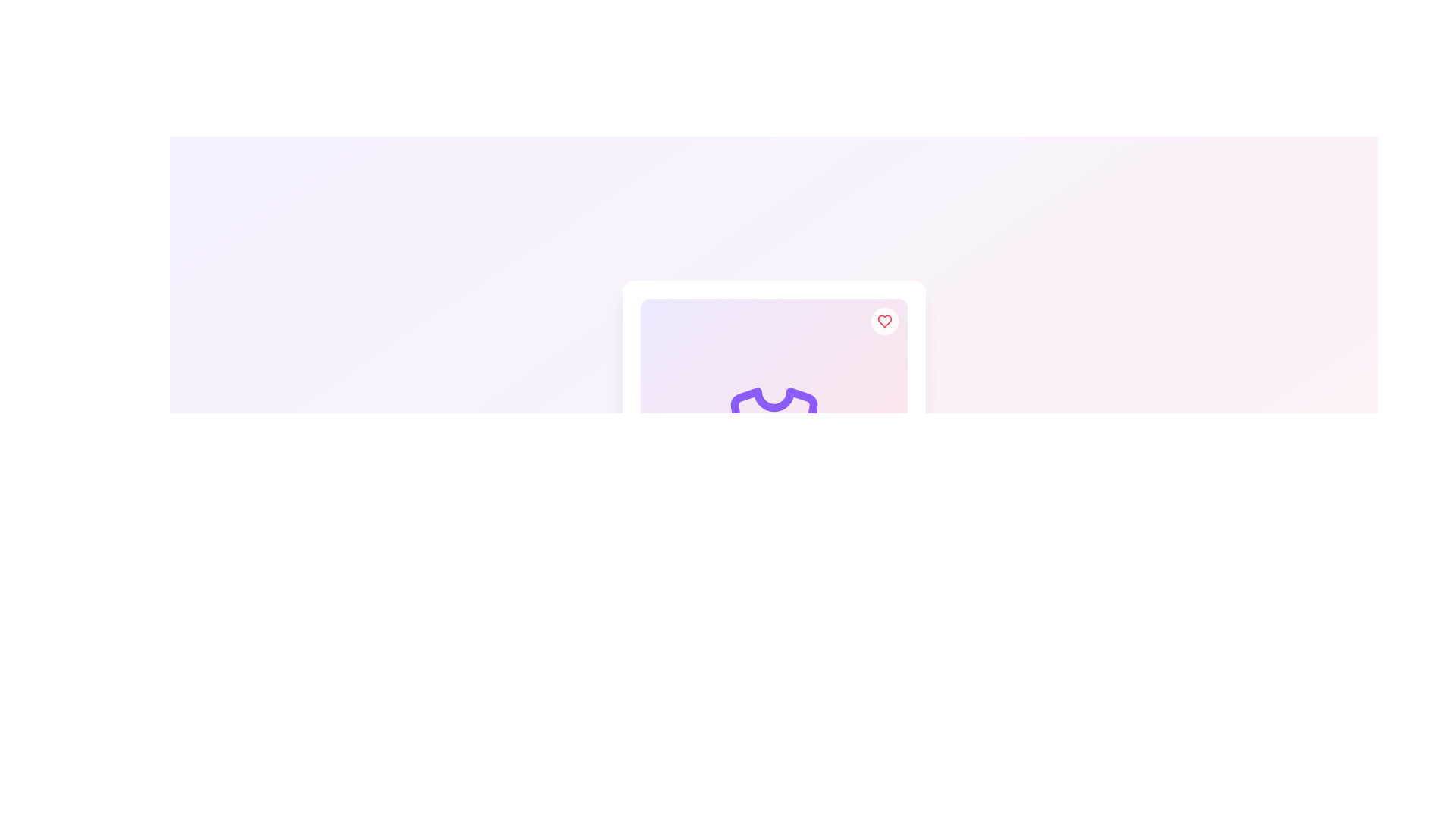 Image resolution: width=1456 pixels, height=819 pixels. Describe the element at coordinates (884, 321) in the screenshot. I see `the favorite icon located at the top-right corner of the card-like UI component` at that location.